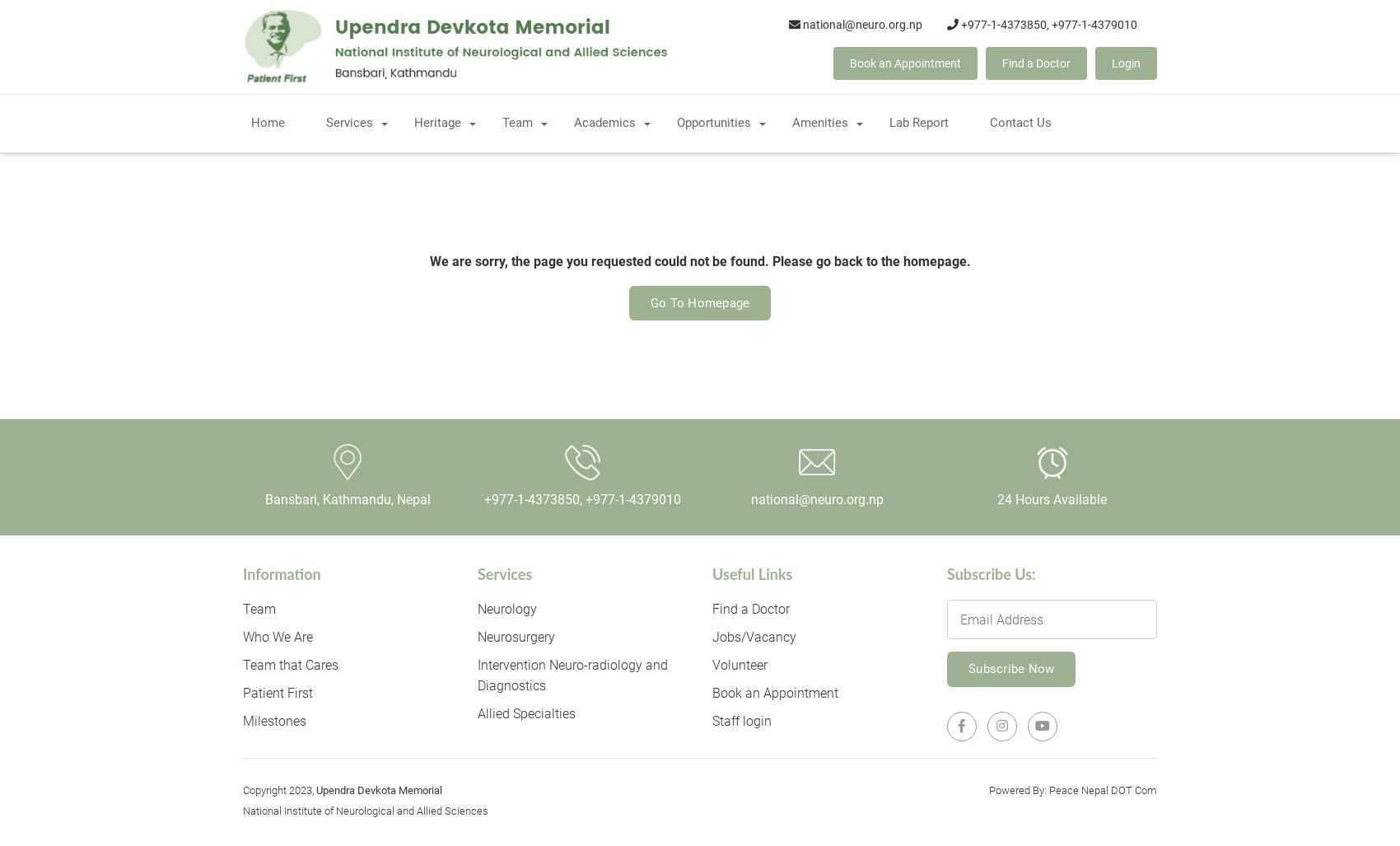 This screenshot has width=1400, height=846. What do you see at coordinates (1103, 789) in the screenshot?
I see `'Peace Nepal DOT Com'` at bounding box center [1103, 789].